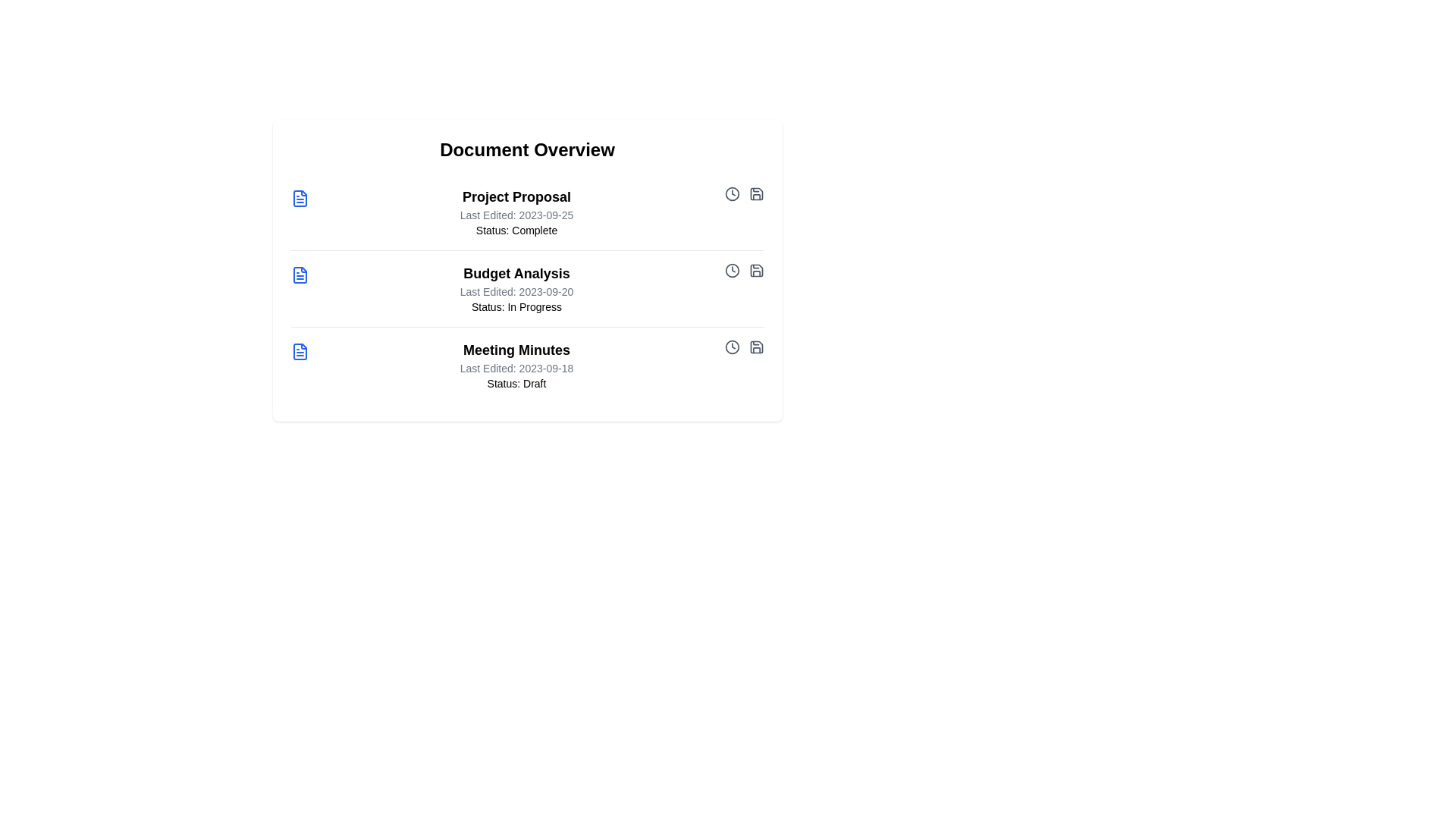 The image size is (1456, 819). Describe the element at coordinates (320, 274) in the screenshot. I see `the document title or icon to view its details. Specify the document to interact with using the parameter Budget Analysis` at that location.